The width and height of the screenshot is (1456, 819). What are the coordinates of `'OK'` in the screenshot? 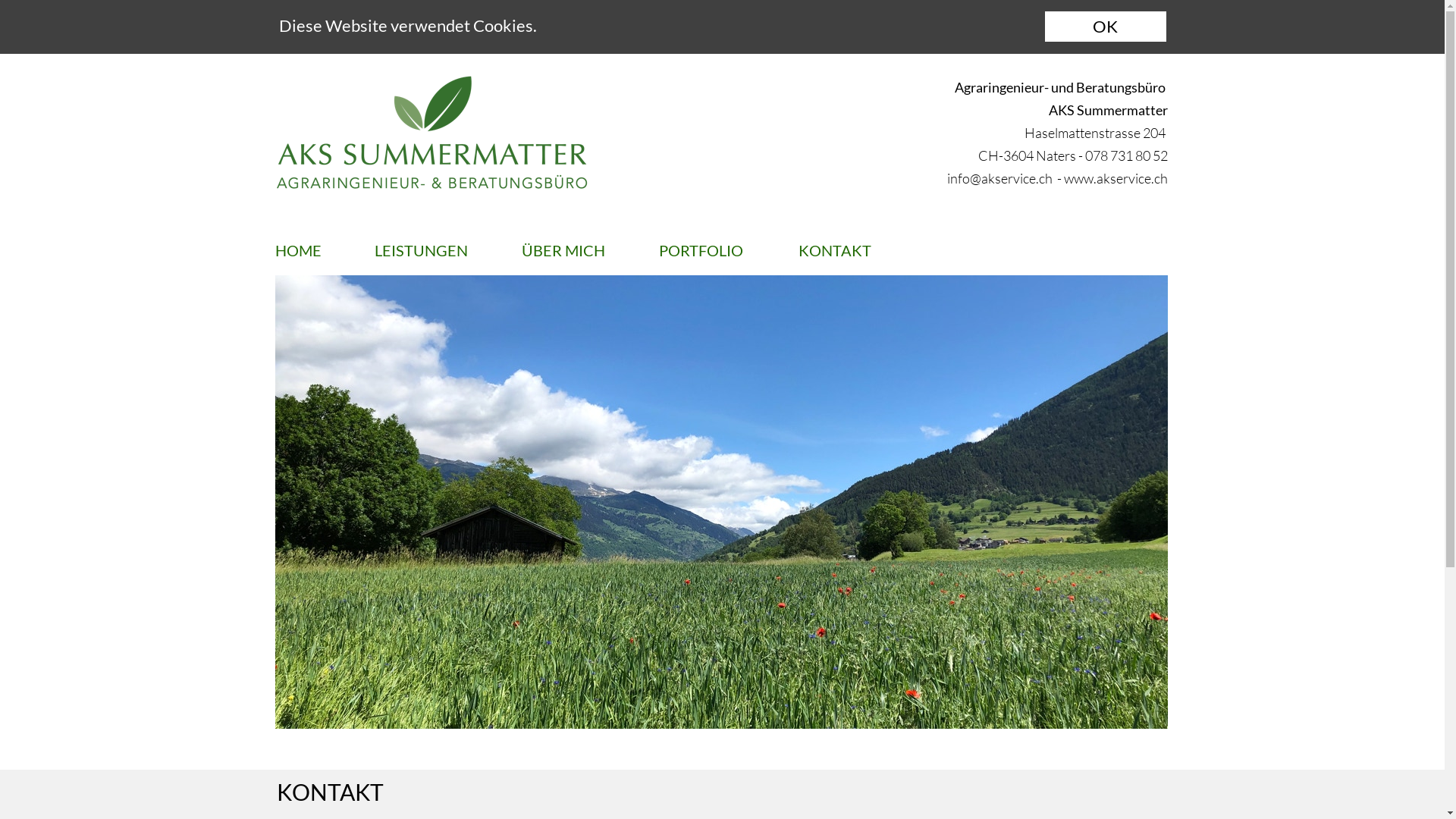 It's located at (1106, 26).